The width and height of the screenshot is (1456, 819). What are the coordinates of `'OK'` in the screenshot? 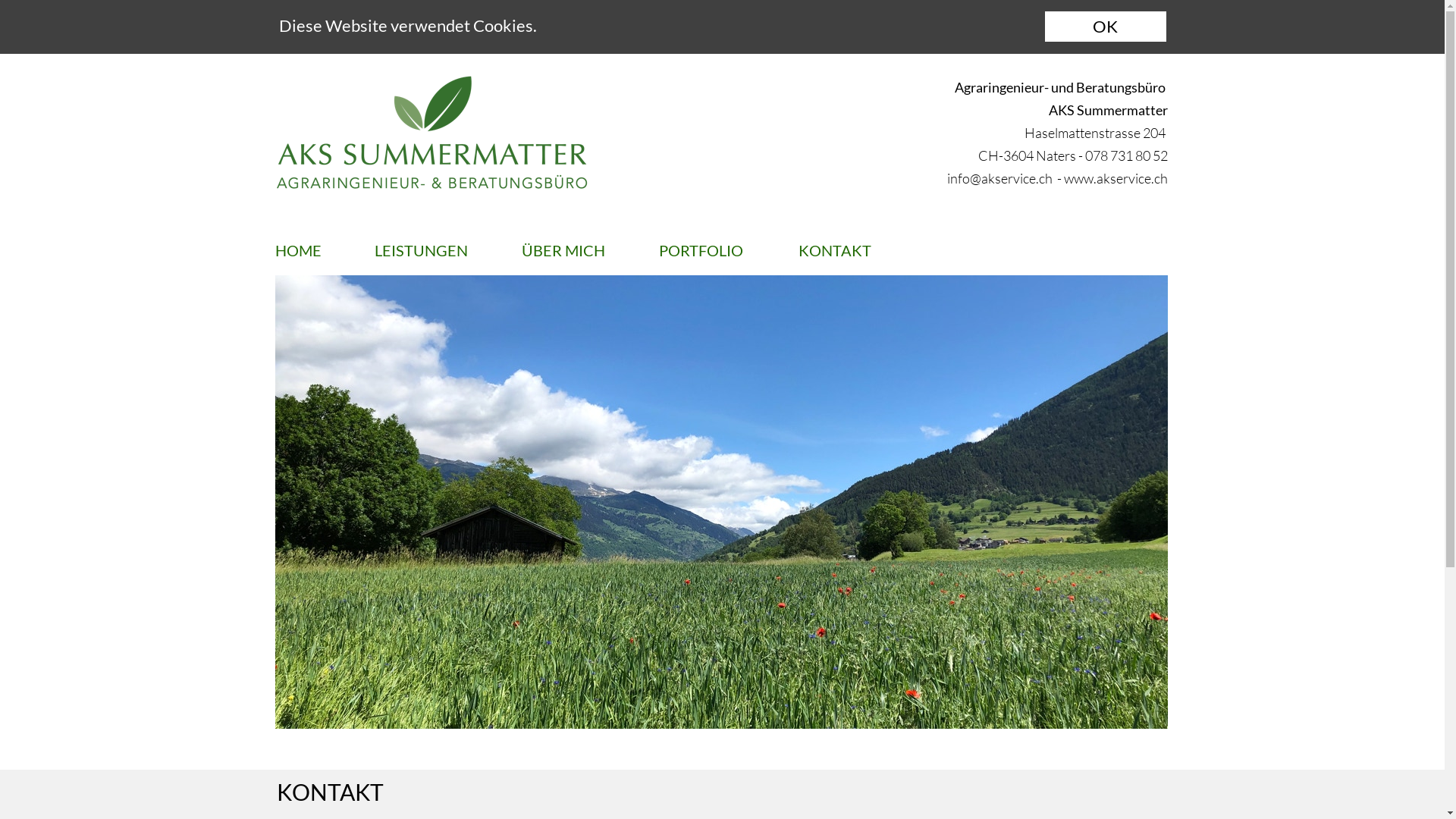 It's located at (1106, 26).